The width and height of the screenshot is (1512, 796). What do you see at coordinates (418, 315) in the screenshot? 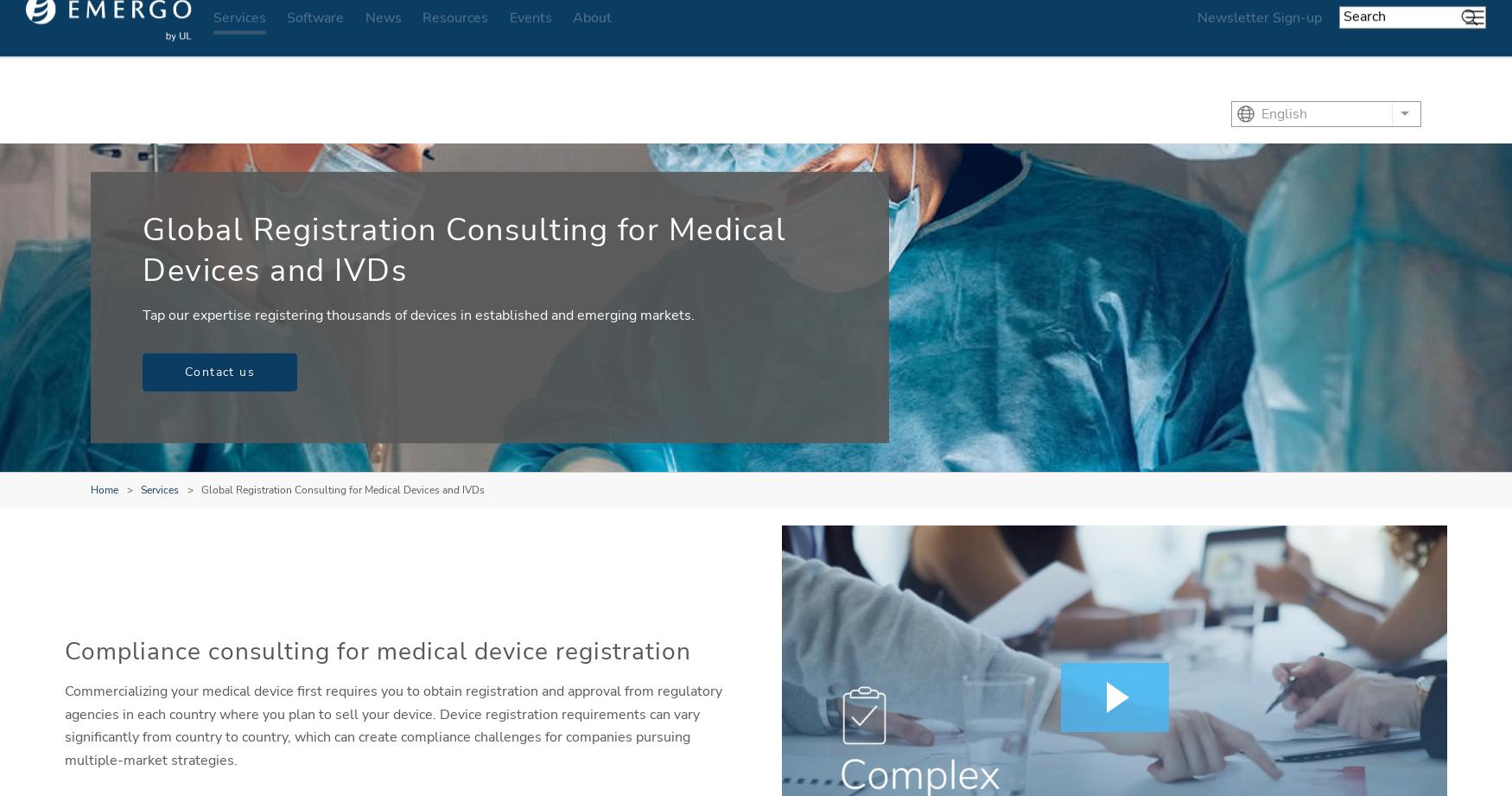
I see `'Tap our expertise registering thousands of devices in established and emerging markets.'` at bounding box center [418, 315].